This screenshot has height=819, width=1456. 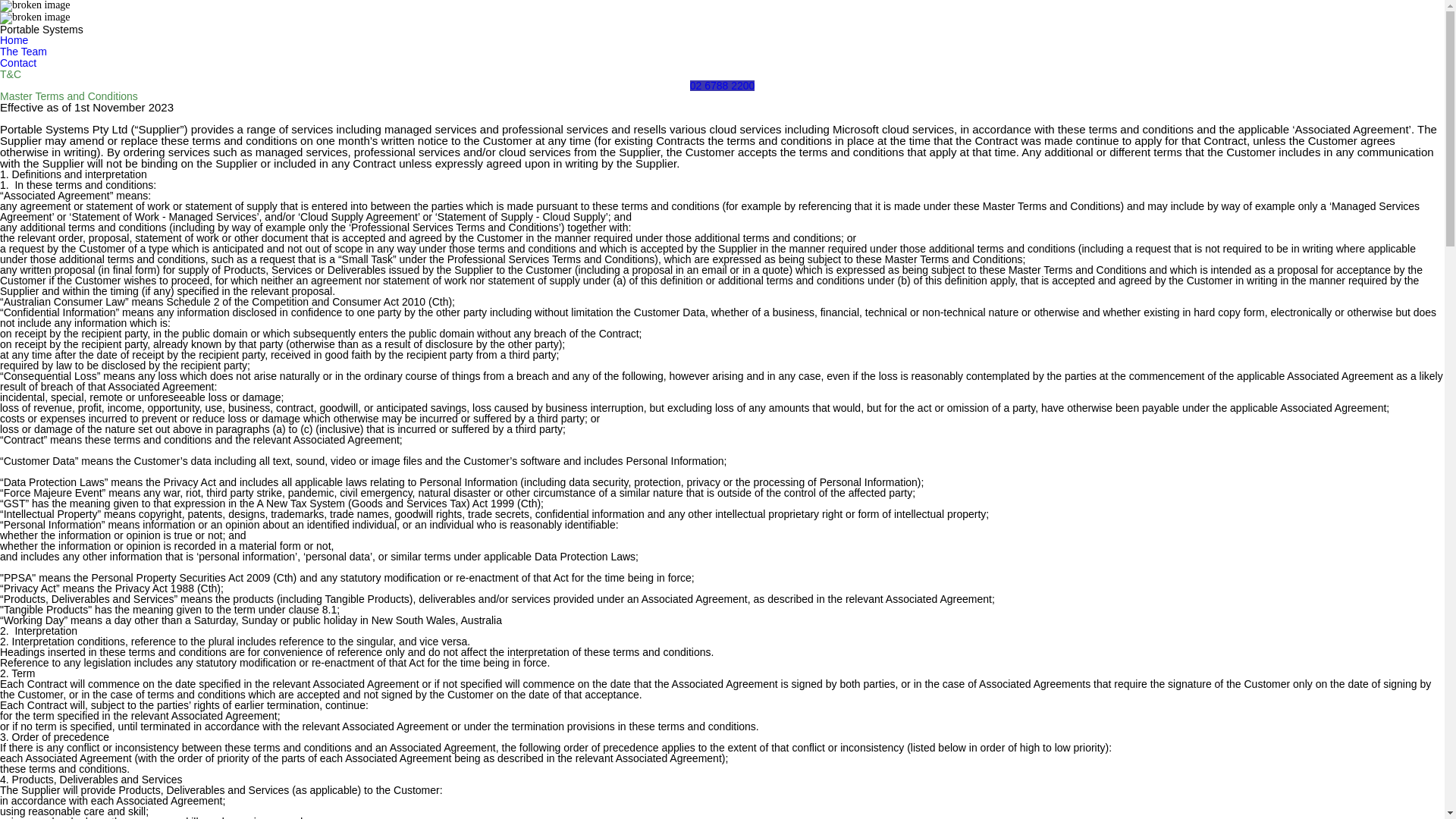 What do you see at coordinates (23, 51) in the screenshot?
I see `'The Team'` at bounding box center [23, 51].